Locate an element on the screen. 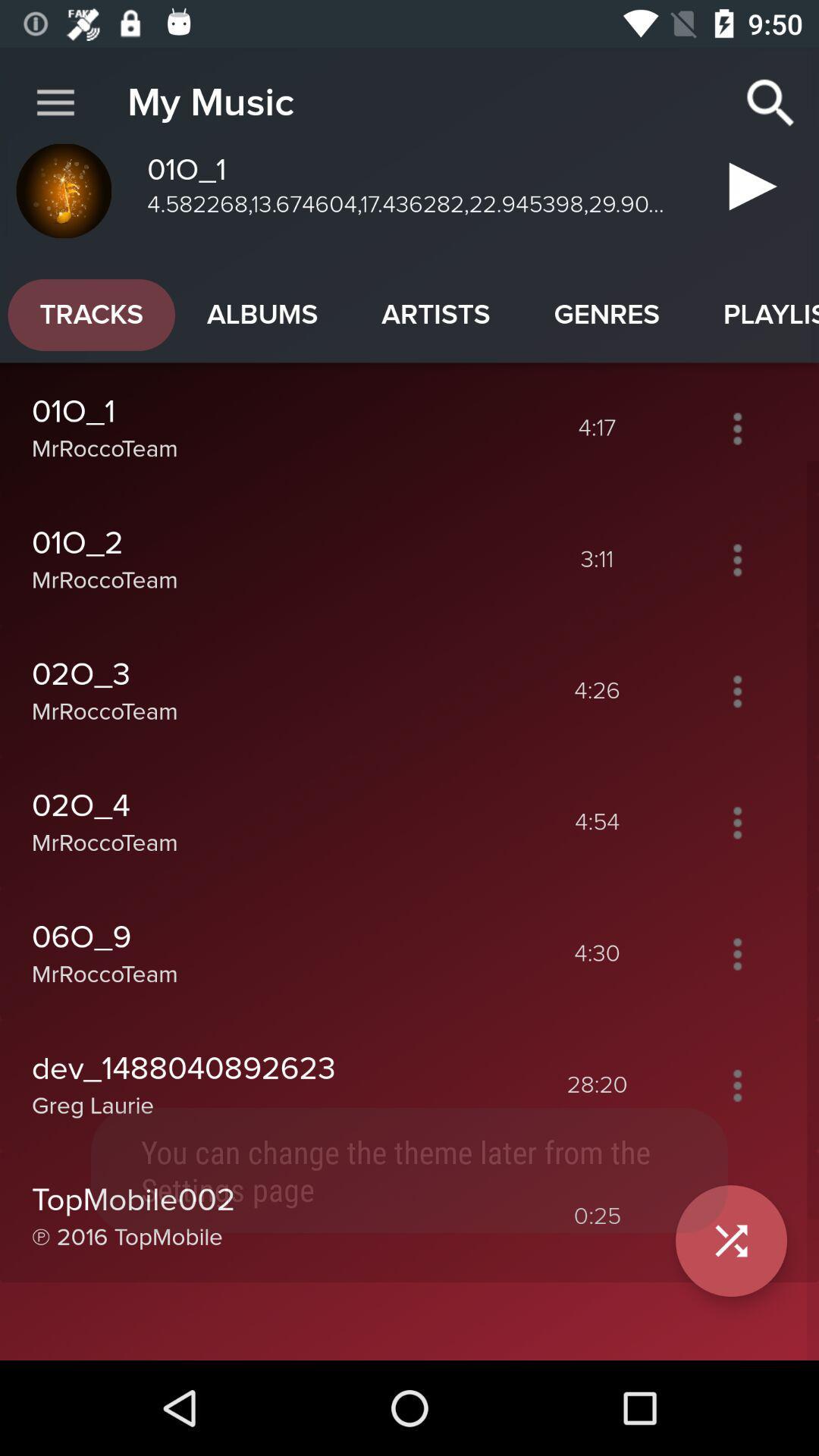 This screenshot has width=819, height=1456. open options is located at coordinates (736, 559).